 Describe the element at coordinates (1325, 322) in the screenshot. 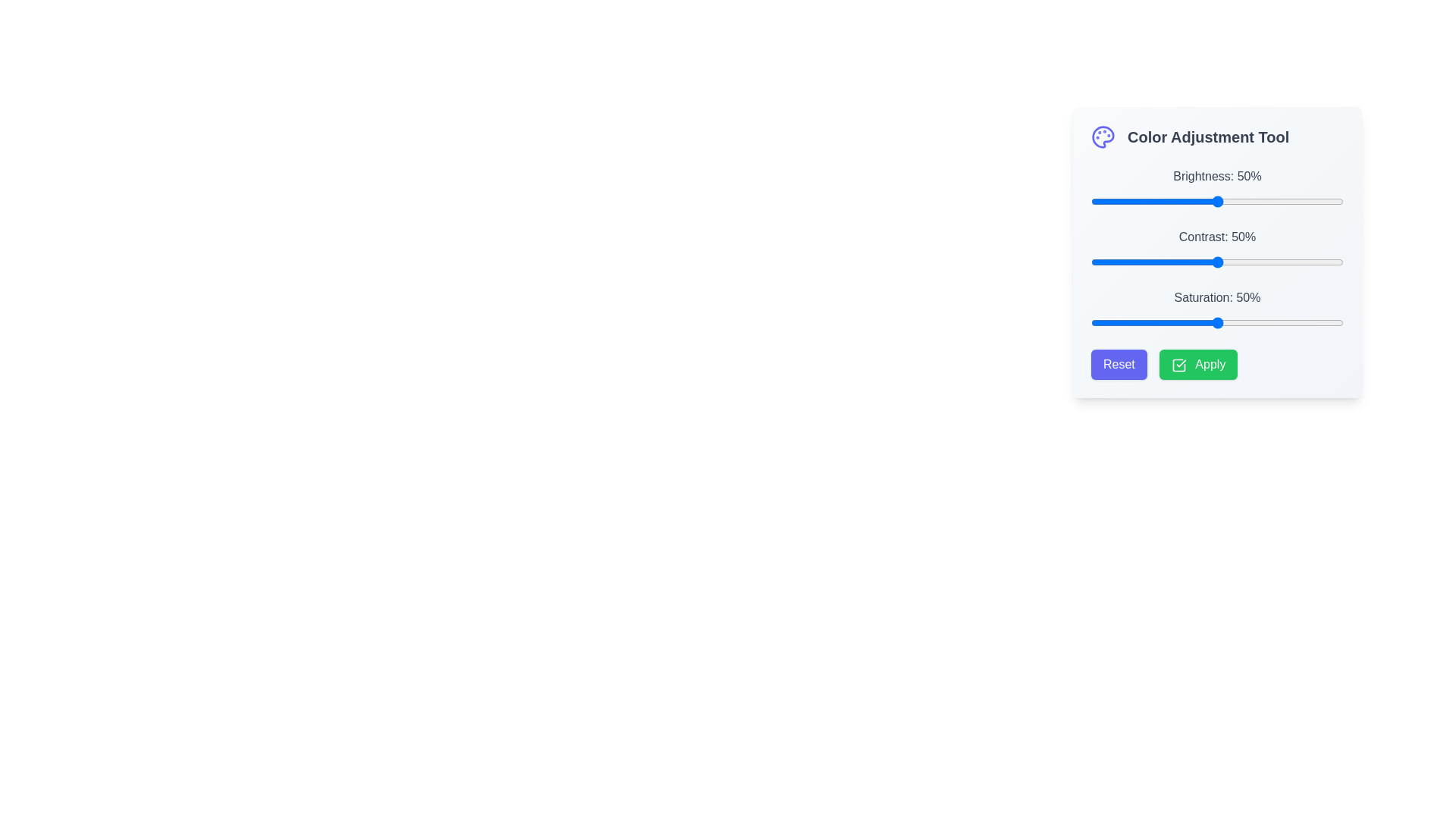

I see `the slider` at that location.